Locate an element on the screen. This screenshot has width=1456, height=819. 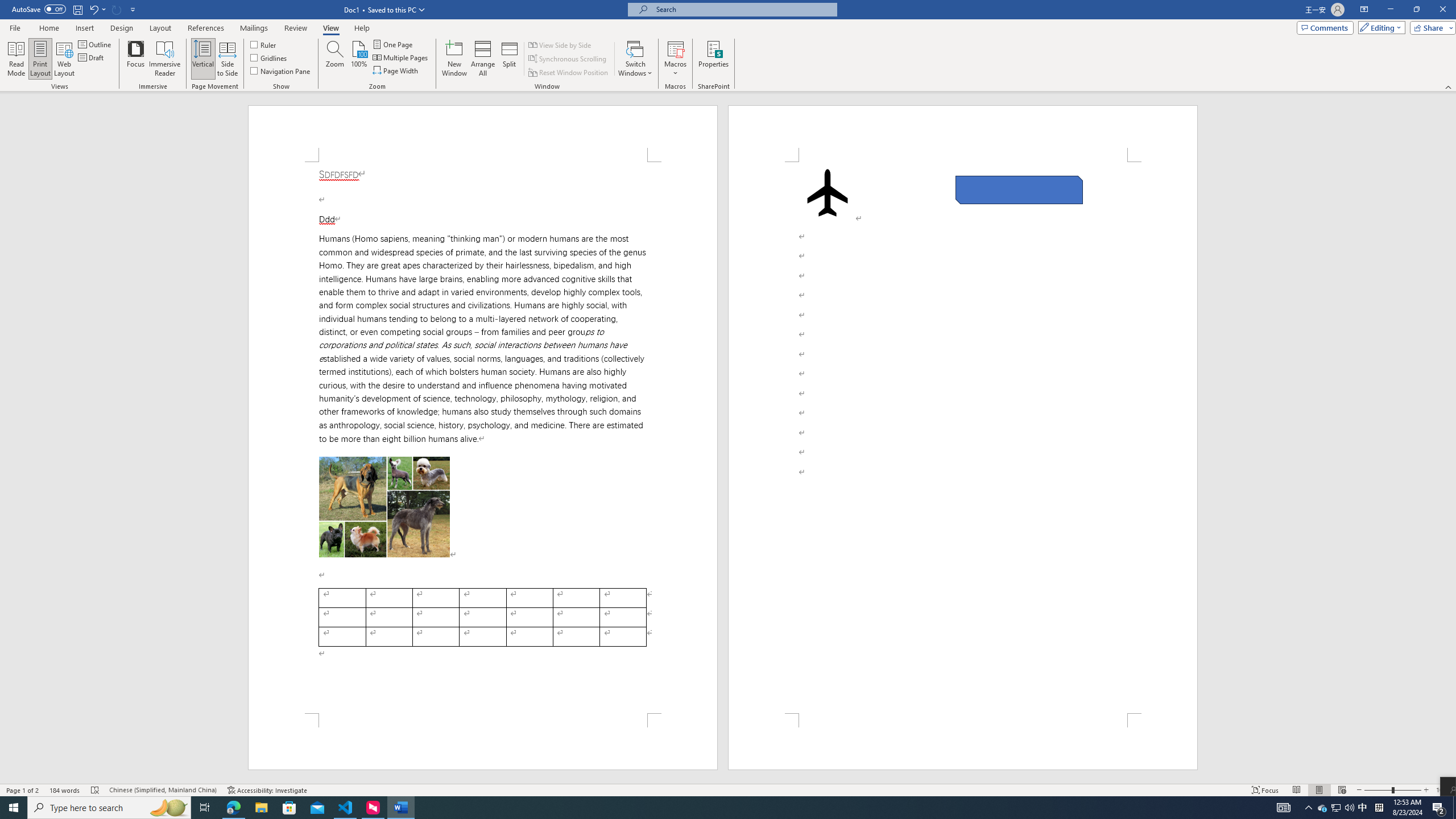
'Zoom 104%' is located at coordinates (1443, 790).